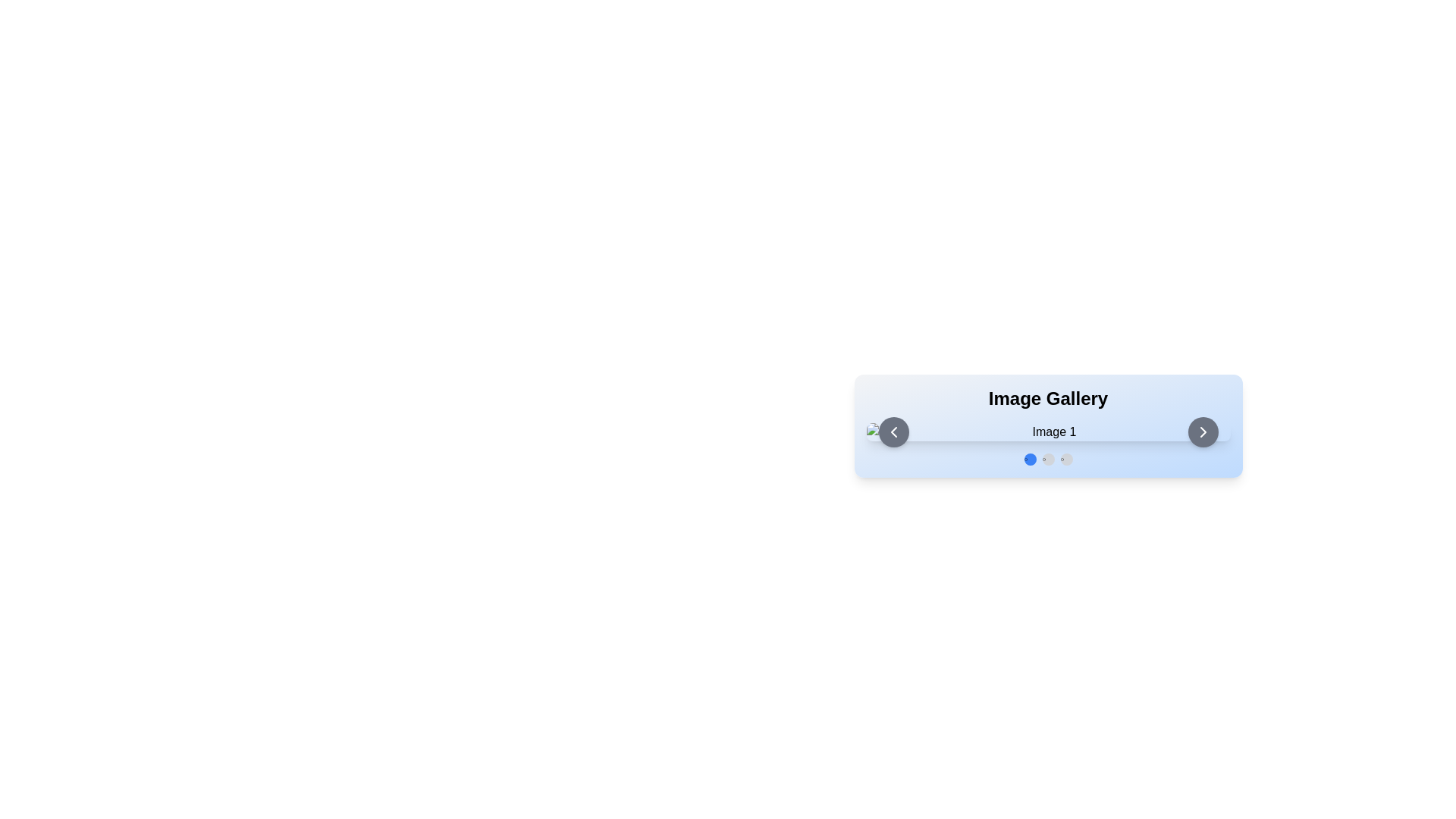  What do you see at coordinates (893, 432) in the screenshot?
I see `the 'previous' button located on the left side of the gallery` at bounding box center [893, 432].